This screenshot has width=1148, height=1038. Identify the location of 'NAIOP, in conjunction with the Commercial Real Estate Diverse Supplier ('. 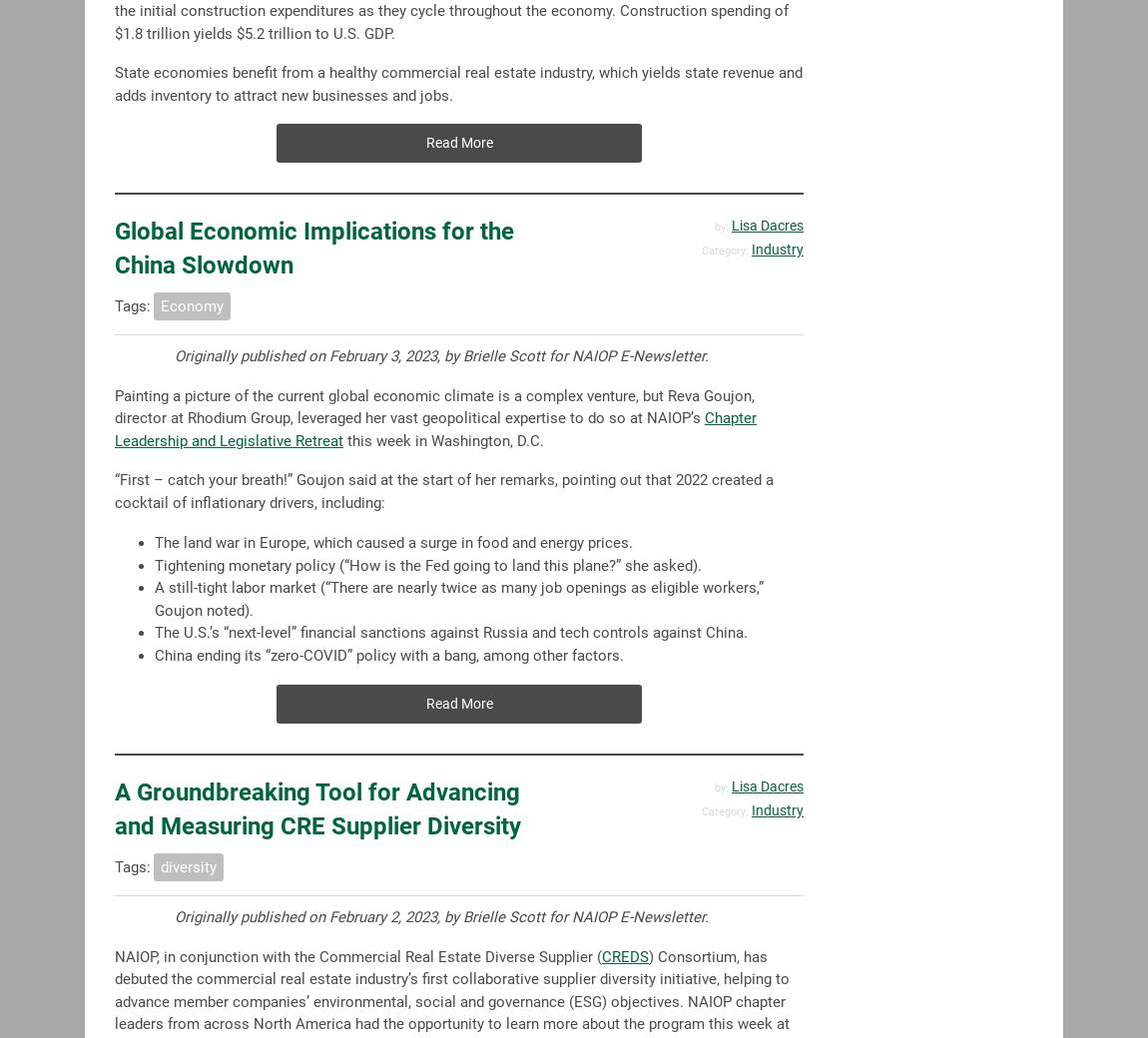
(358, 956).